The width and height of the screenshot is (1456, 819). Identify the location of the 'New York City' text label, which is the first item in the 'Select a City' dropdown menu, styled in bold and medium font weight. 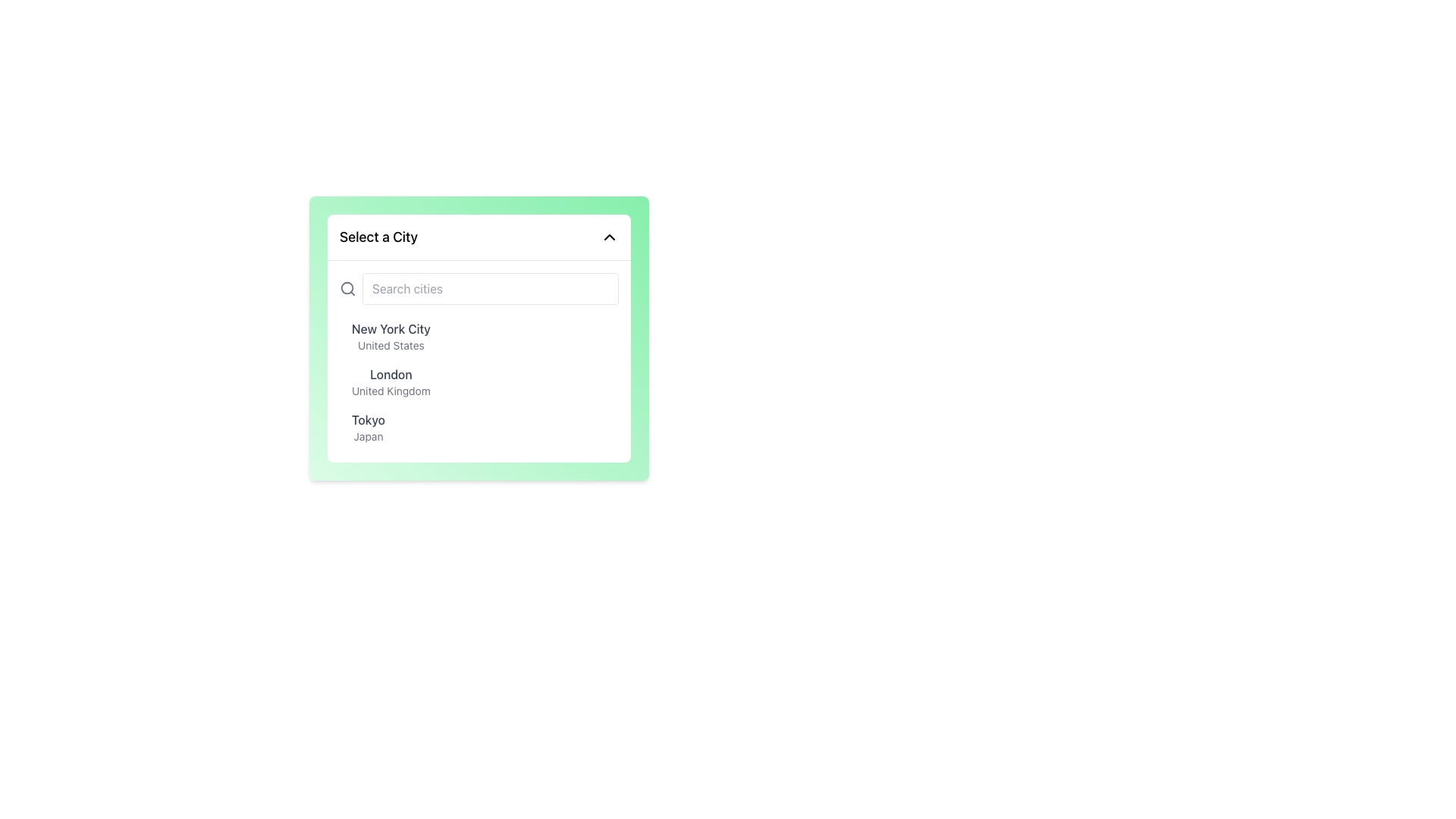
(391, 335).